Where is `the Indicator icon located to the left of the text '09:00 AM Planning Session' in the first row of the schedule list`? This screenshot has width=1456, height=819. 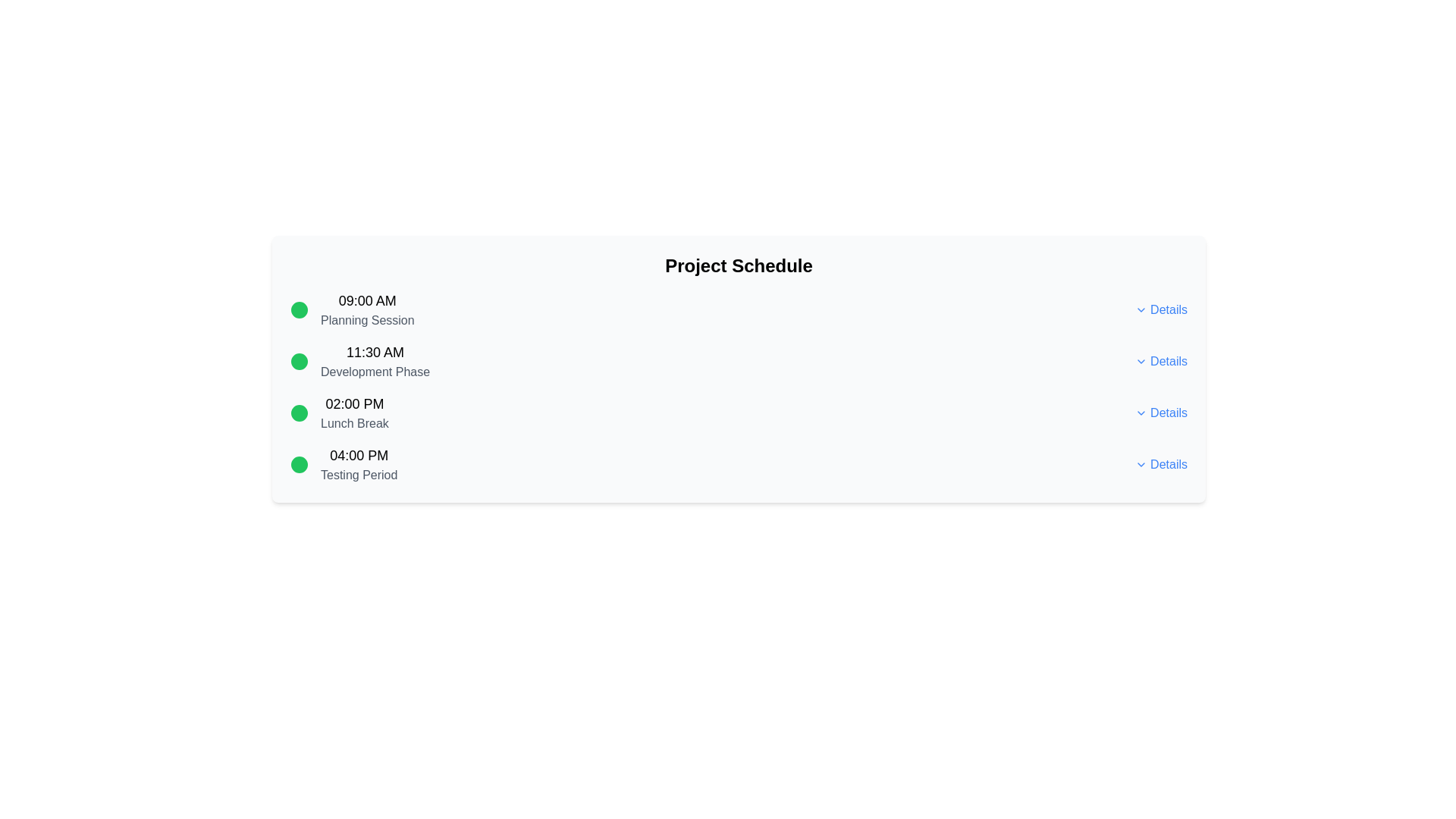 the Indicator icon located to the left of the text '09:00 AM Planning Session' in the first row of the schedule list is located at coordinates (299, 309).